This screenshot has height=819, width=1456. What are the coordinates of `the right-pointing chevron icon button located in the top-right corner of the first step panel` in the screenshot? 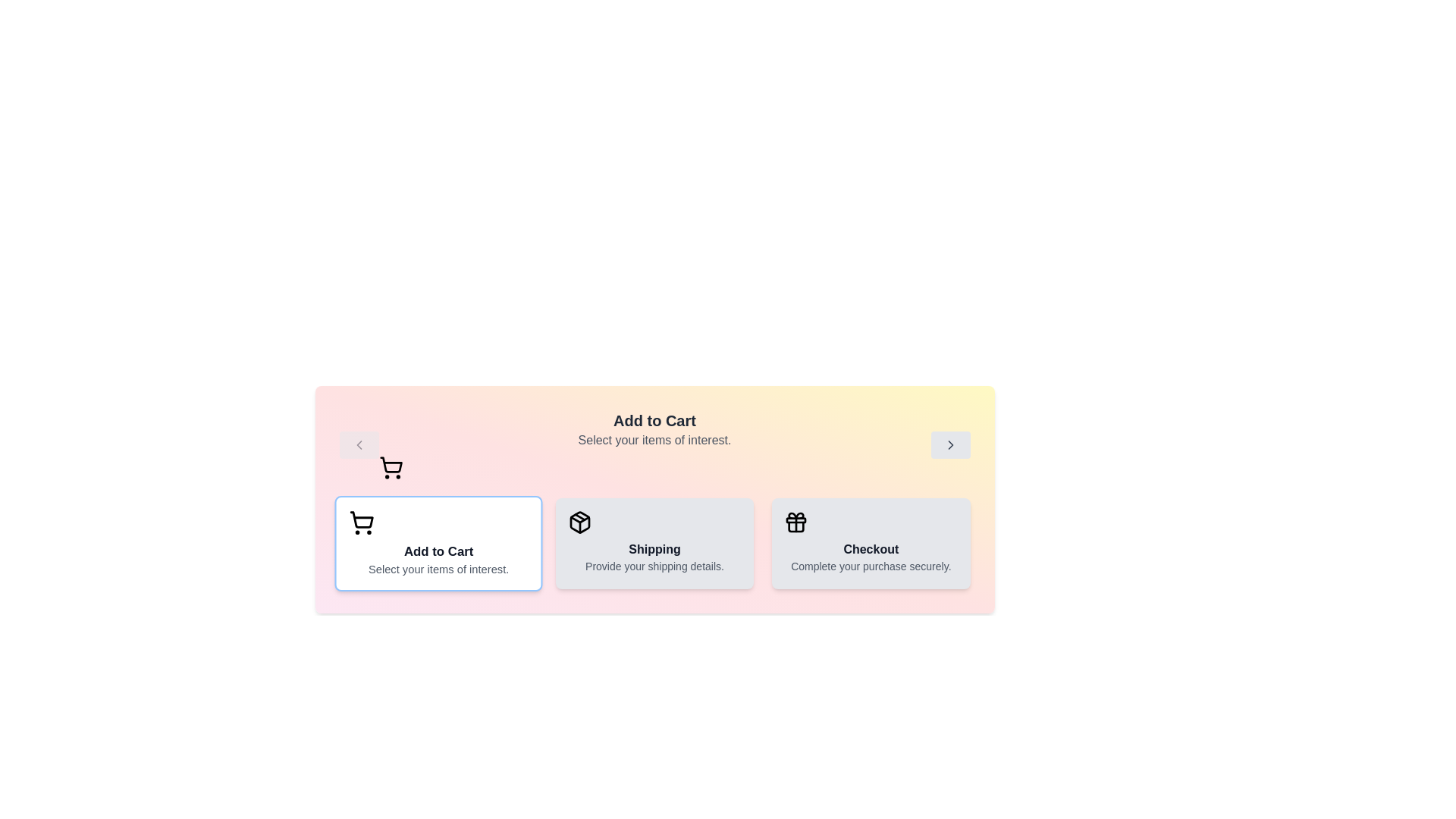 It's located at (949, 444).